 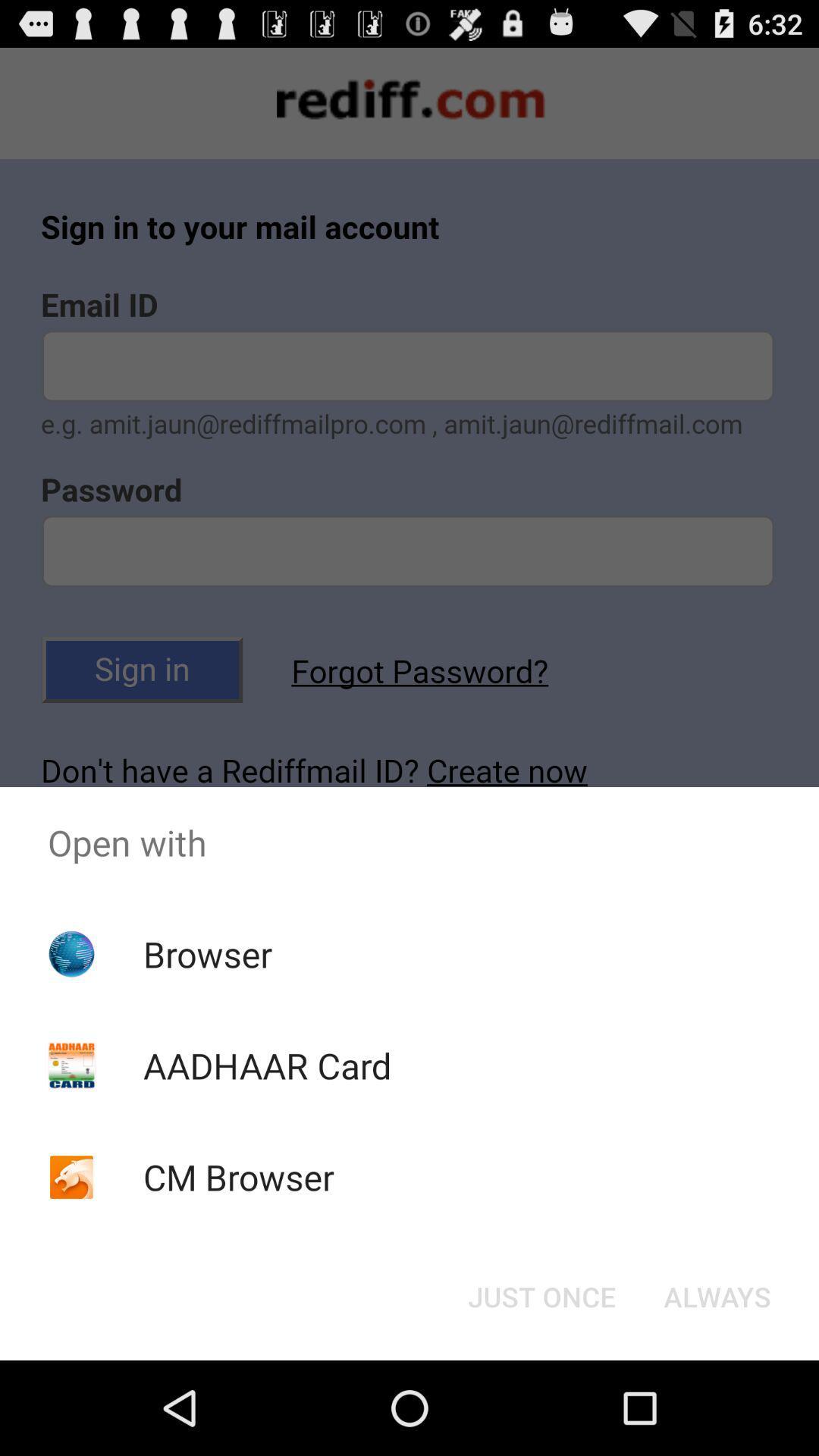 I want to click on the item at the bottom right corner, so click(x=717, y=1295).